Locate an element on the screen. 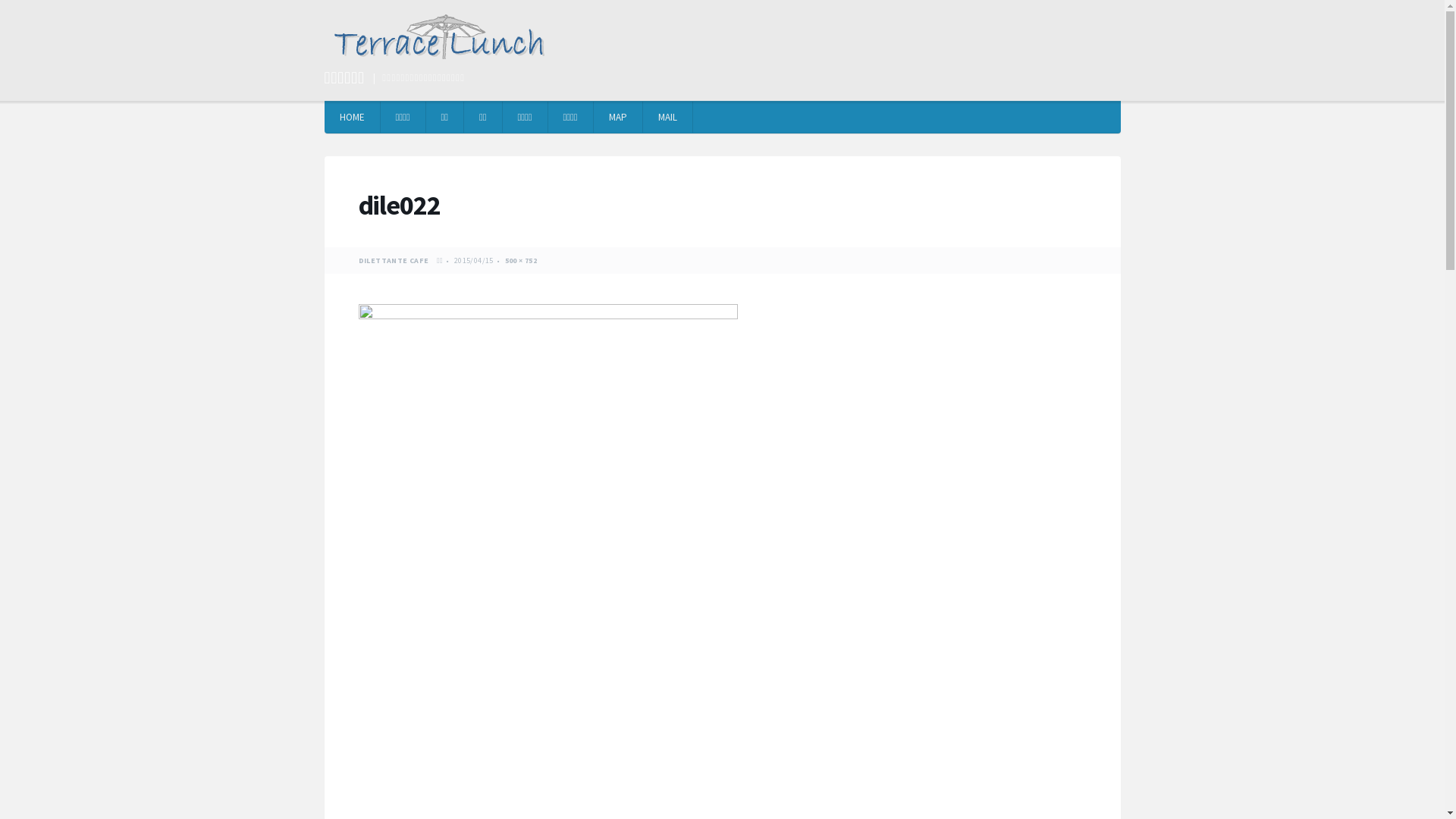 The height and width of the screenshot is (819, 1456). 'MAIL' is located at coordinates (667, 116).